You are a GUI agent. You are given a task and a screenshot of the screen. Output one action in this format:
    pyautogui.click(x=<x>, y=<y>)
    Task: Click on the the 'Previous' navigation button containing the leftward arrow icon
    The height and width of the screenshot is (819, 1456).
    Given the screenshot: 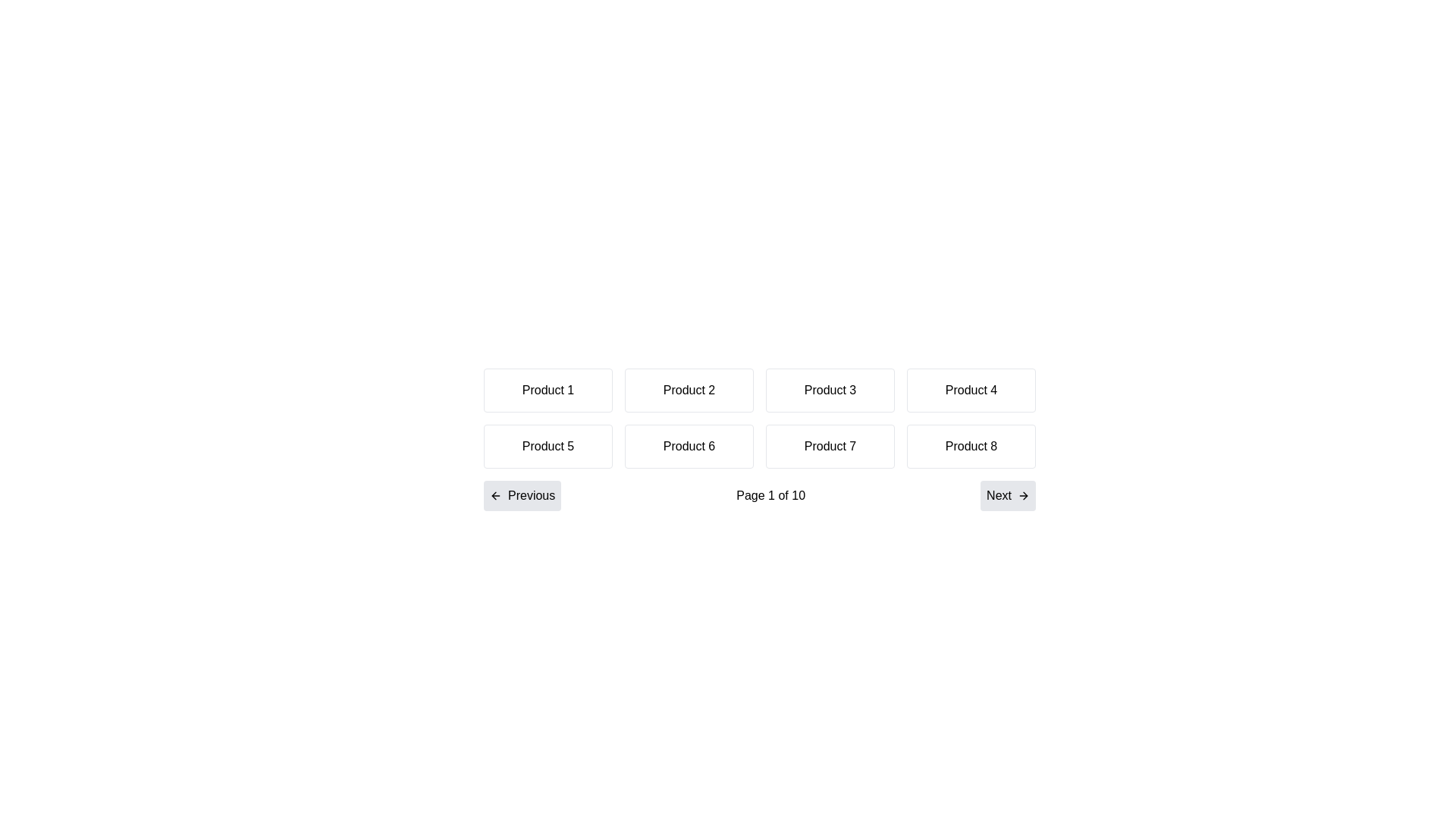 What is the action you would take?
    pyautogui.click(x=495, y=496)
    